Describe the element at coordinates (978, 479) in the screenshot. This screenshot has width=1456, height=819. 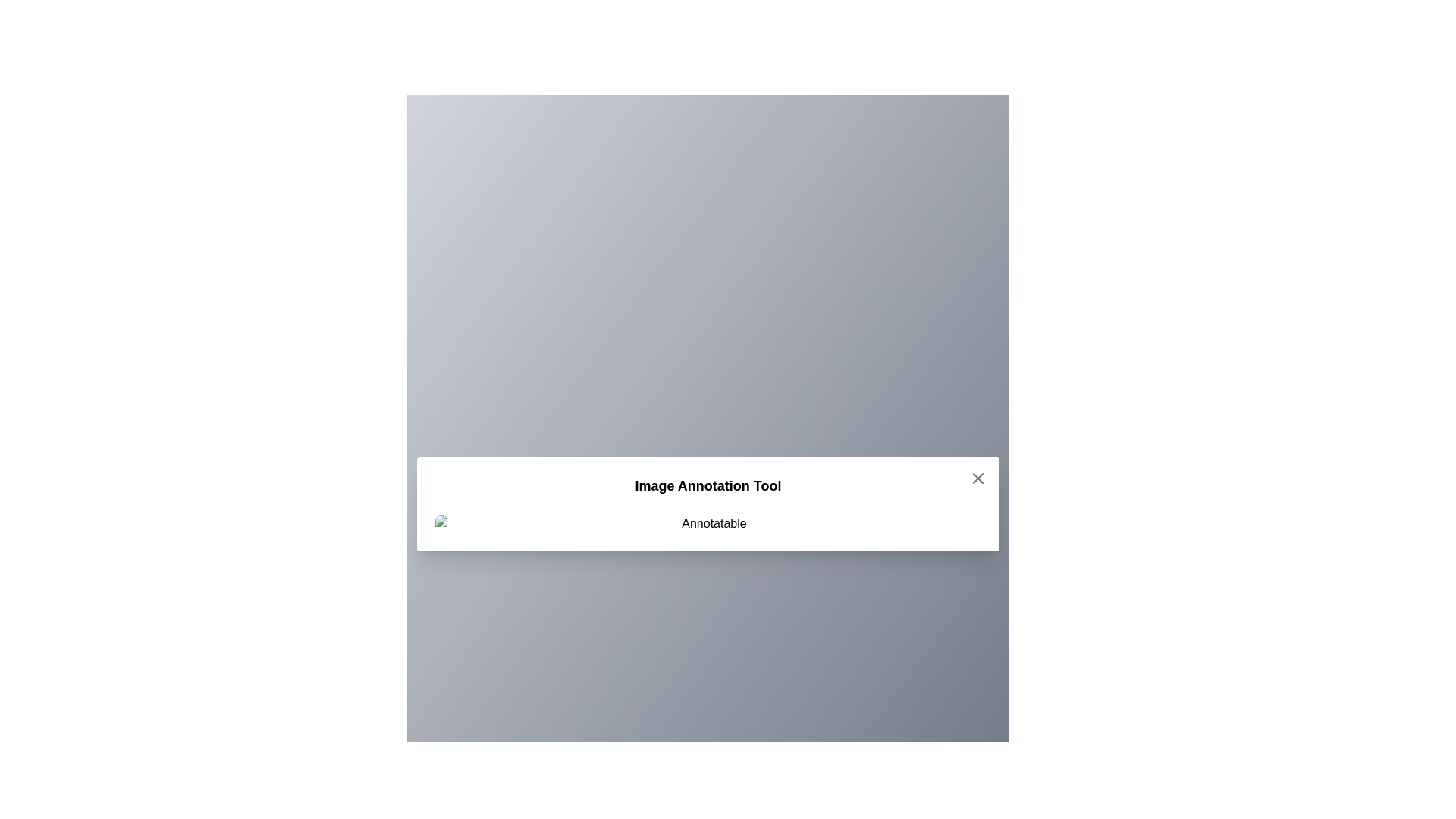
I see `'X' button to close the dialog` at that location.